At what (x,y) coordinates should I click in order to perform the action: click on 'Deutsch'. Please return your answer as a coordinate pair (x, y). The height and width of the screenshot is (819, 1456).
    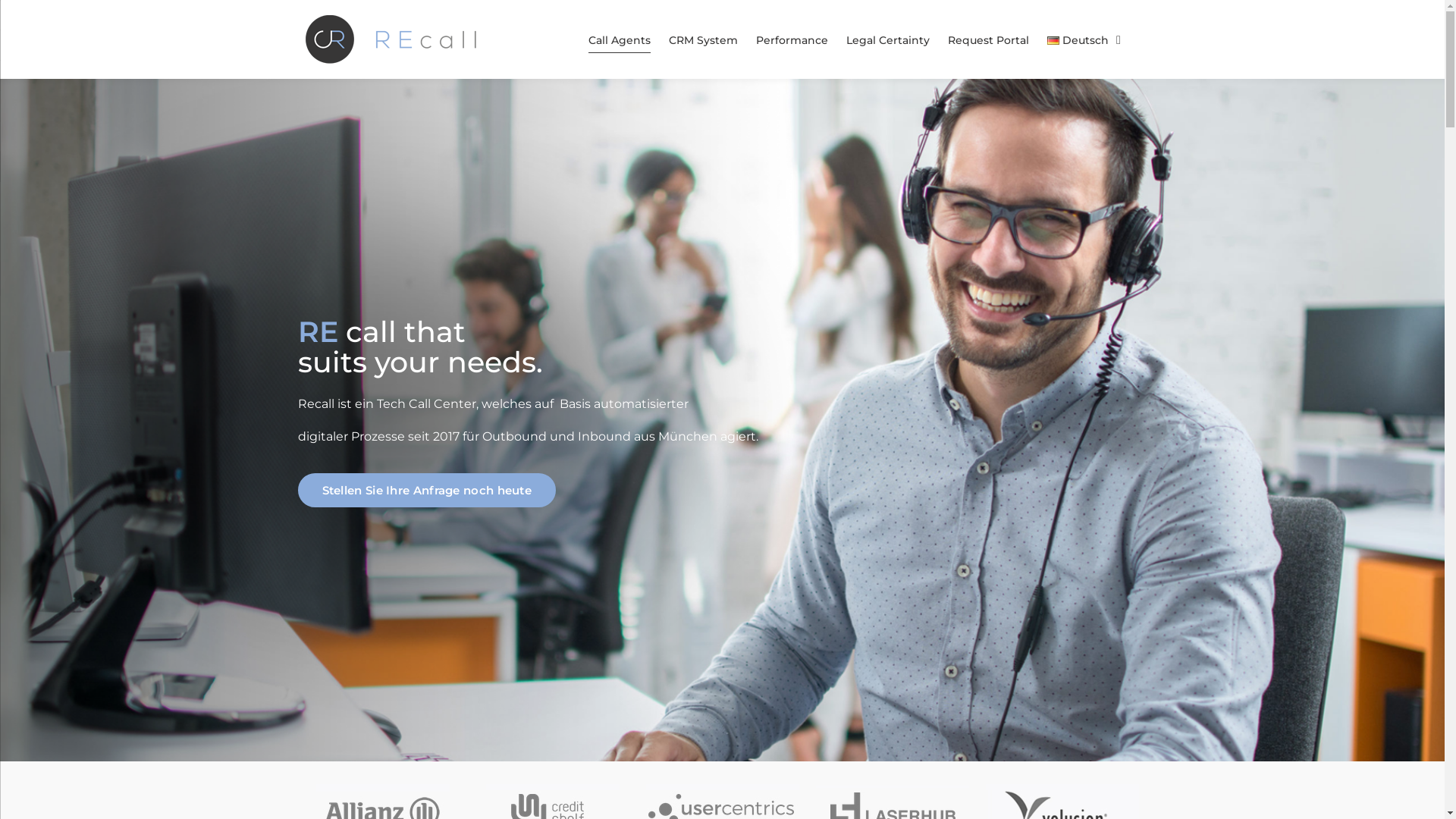
    Looking at the image, I should click on (1046, 39).